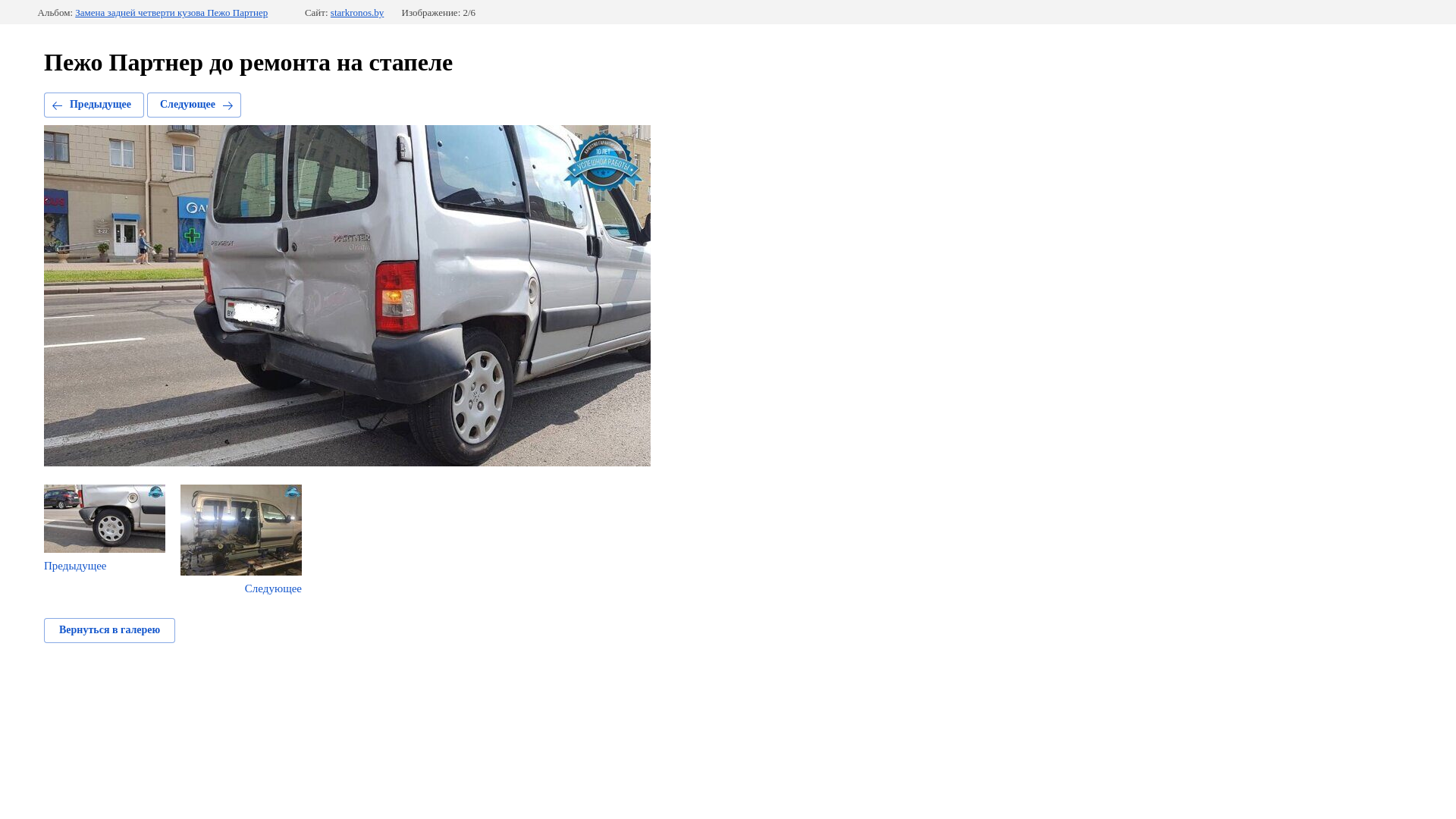 The width and height of the screenshot is (1456, 819). I want to click on 'starkronos.by', so click(356, 12).